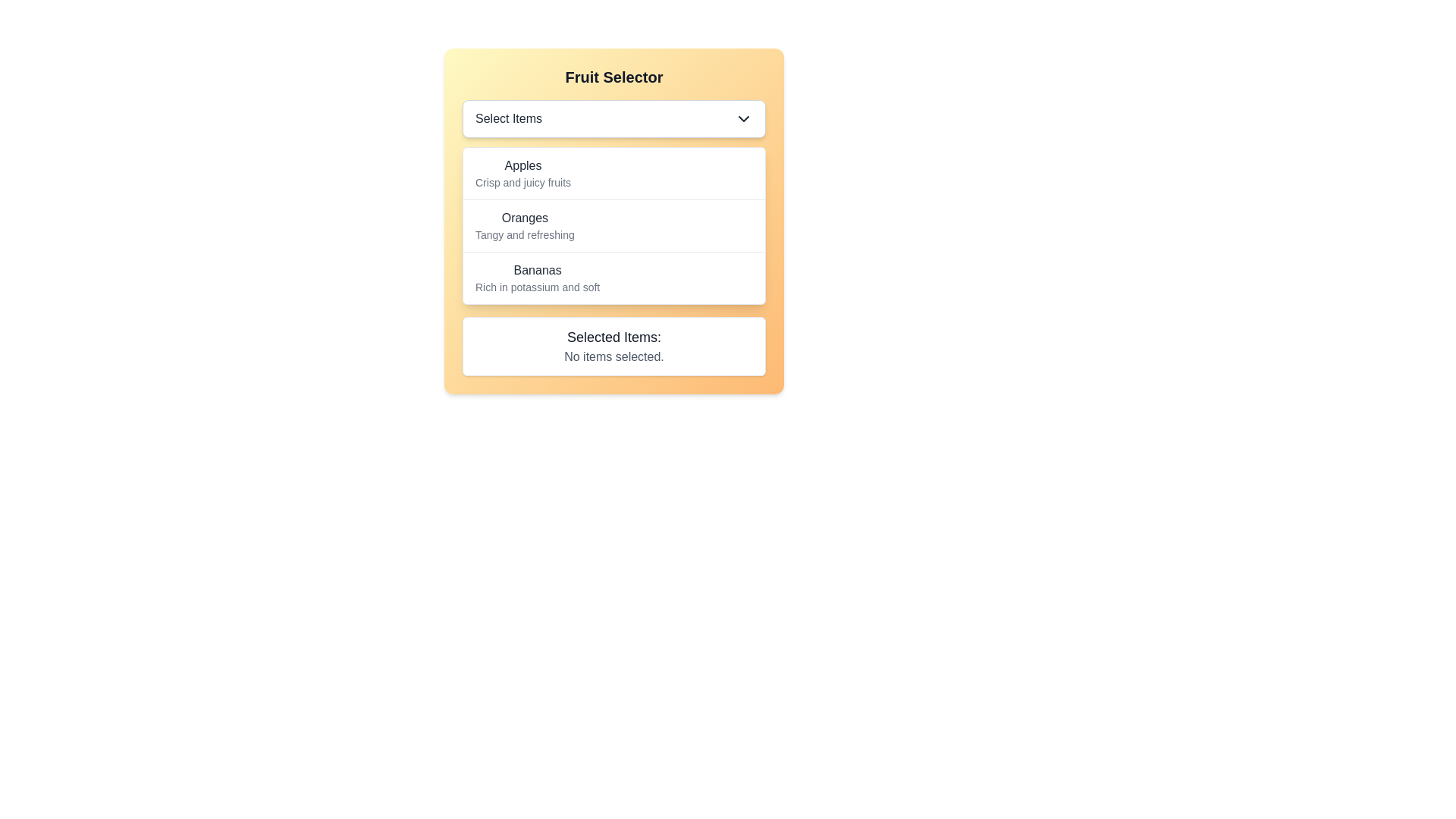  I want to click on the text label providing additional information about 'Bananas', located directly below the 'Bananas' text in the fruit selector dropdown, so click(538, 287).